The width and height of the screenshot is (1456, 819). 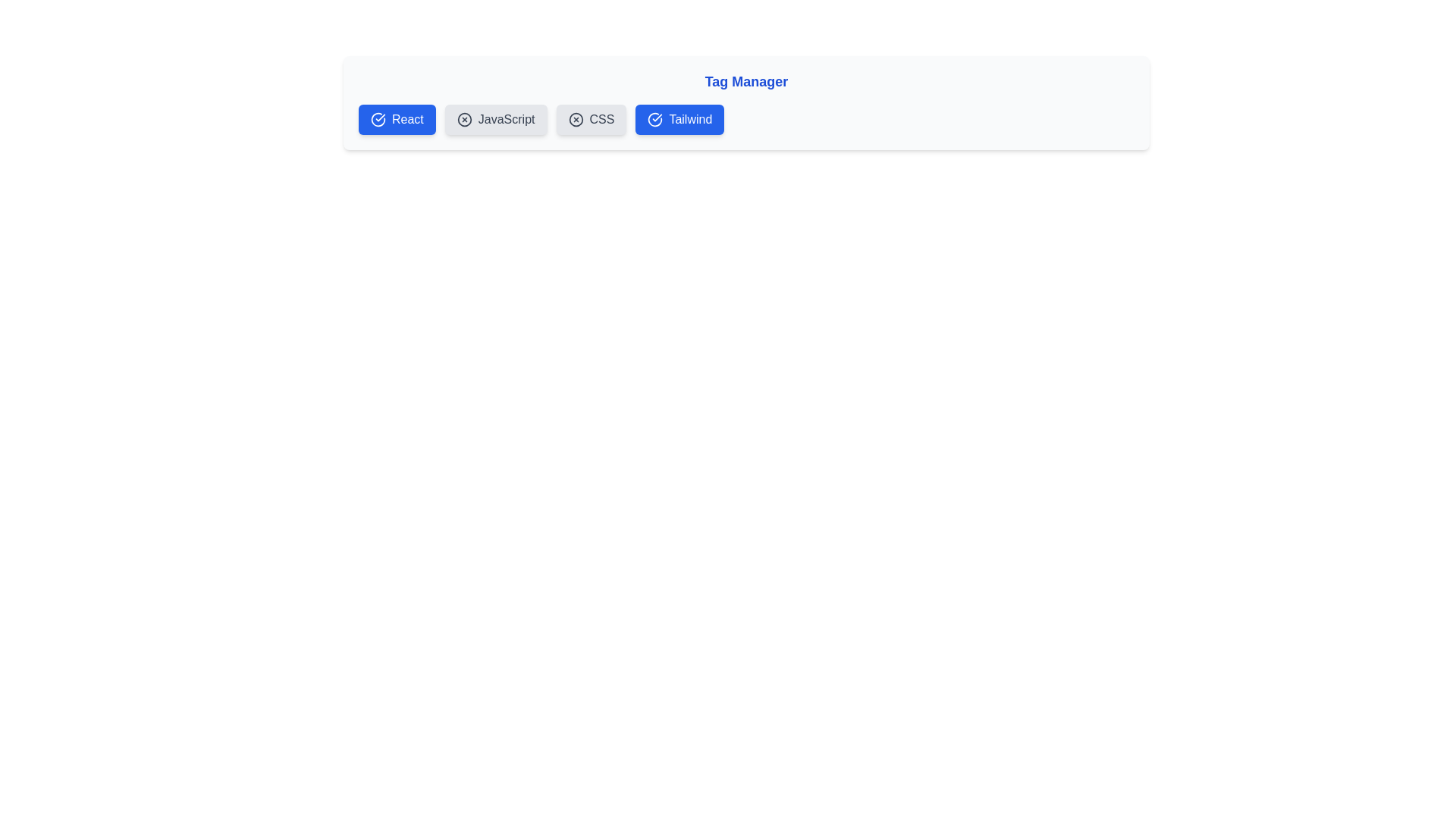 I want to click on the tag labeled CSS, so click(x=590, y=119).